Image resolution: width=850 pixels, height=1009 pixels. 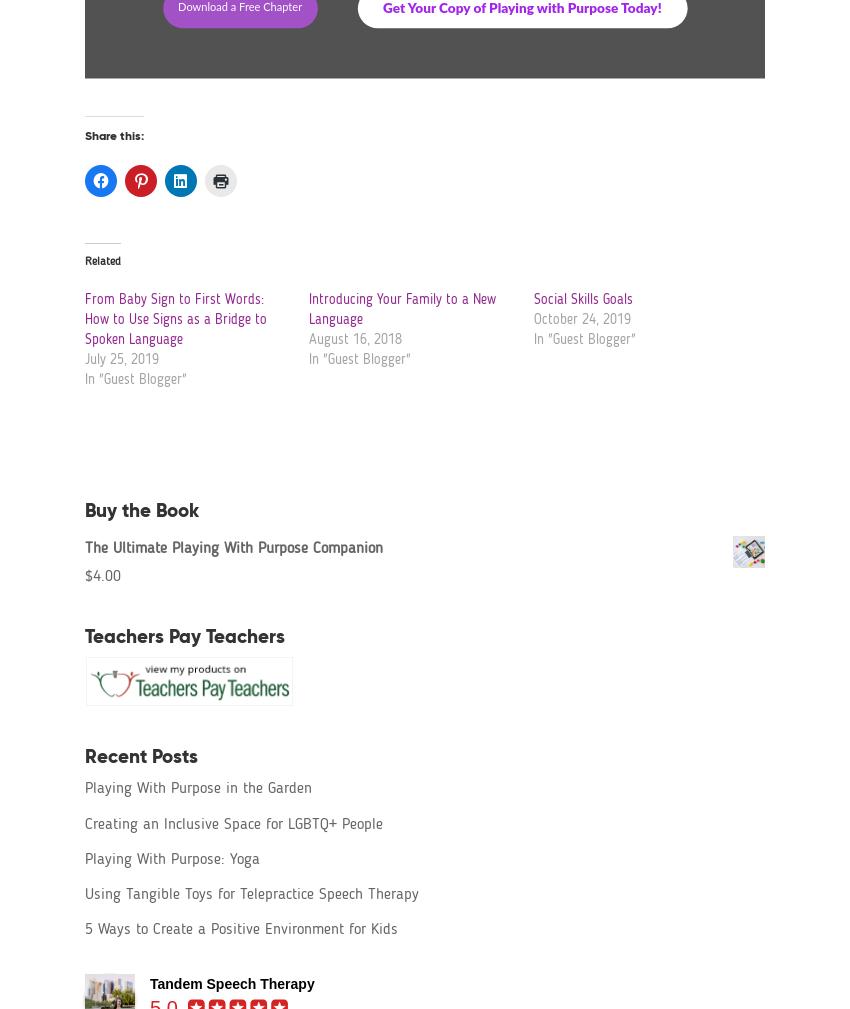 What do you see at coordinates (87, 576) in the screenshot?
I see `'$'` at bounding box center [87, 576].